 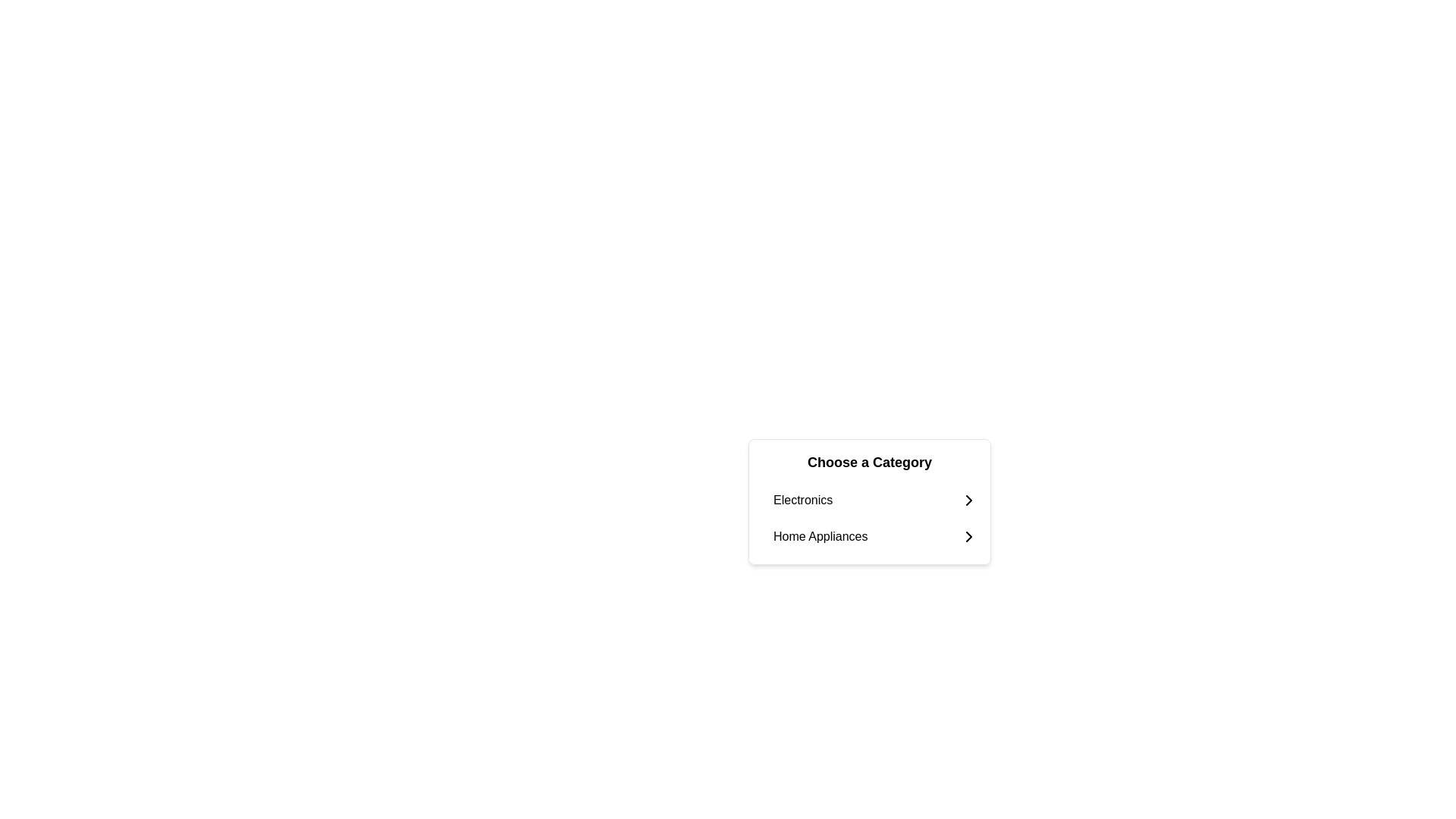 What do you see at coordinates (968, 536) in the screenshot?
I see `the Icon (Chevron Right) located at the far right of the 'Home Appliances' text` at bounding box center [968, 536].